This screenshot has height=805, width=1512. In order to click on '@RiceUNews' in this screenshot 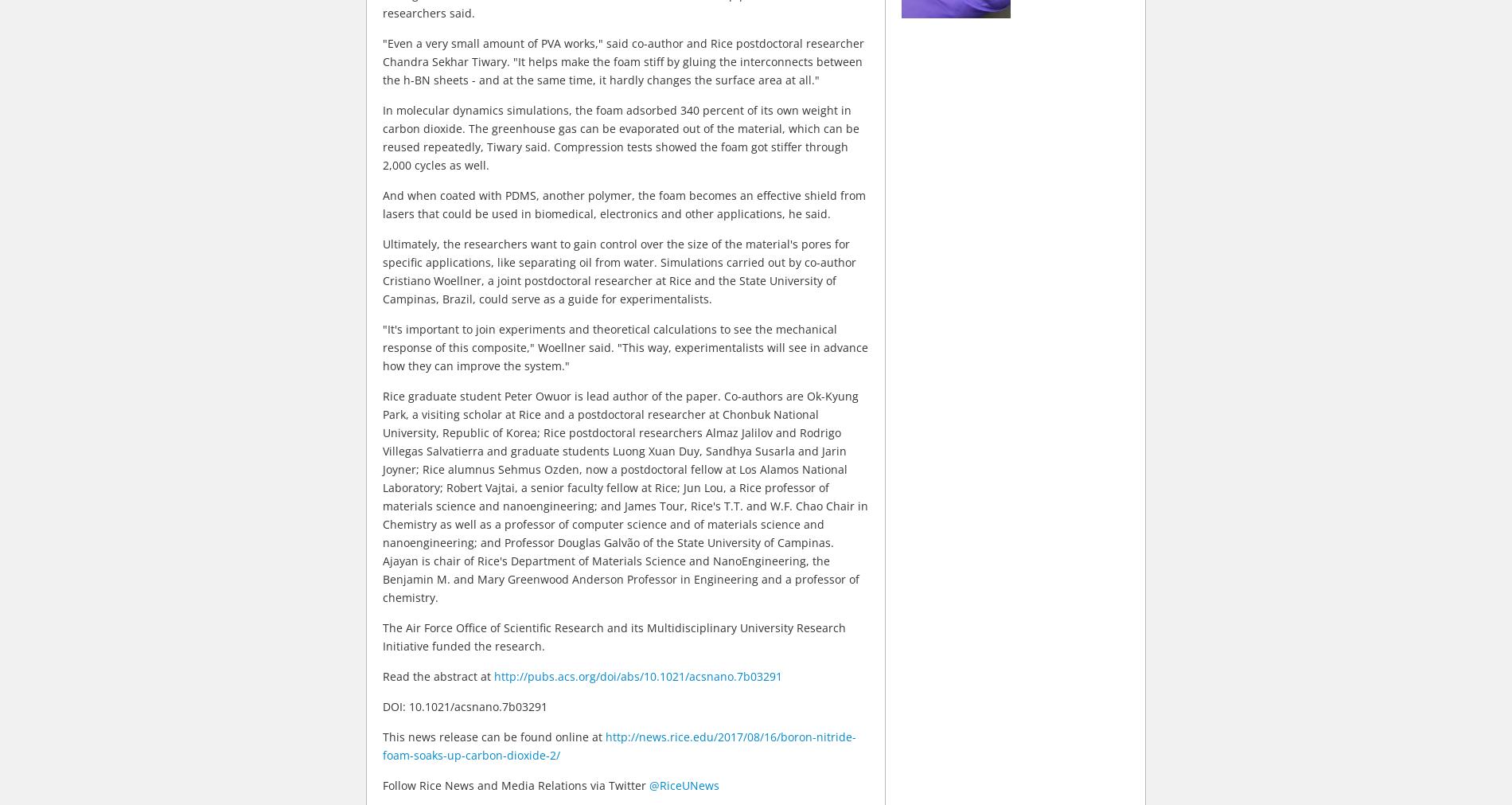, I will do `click(683, 784)`.